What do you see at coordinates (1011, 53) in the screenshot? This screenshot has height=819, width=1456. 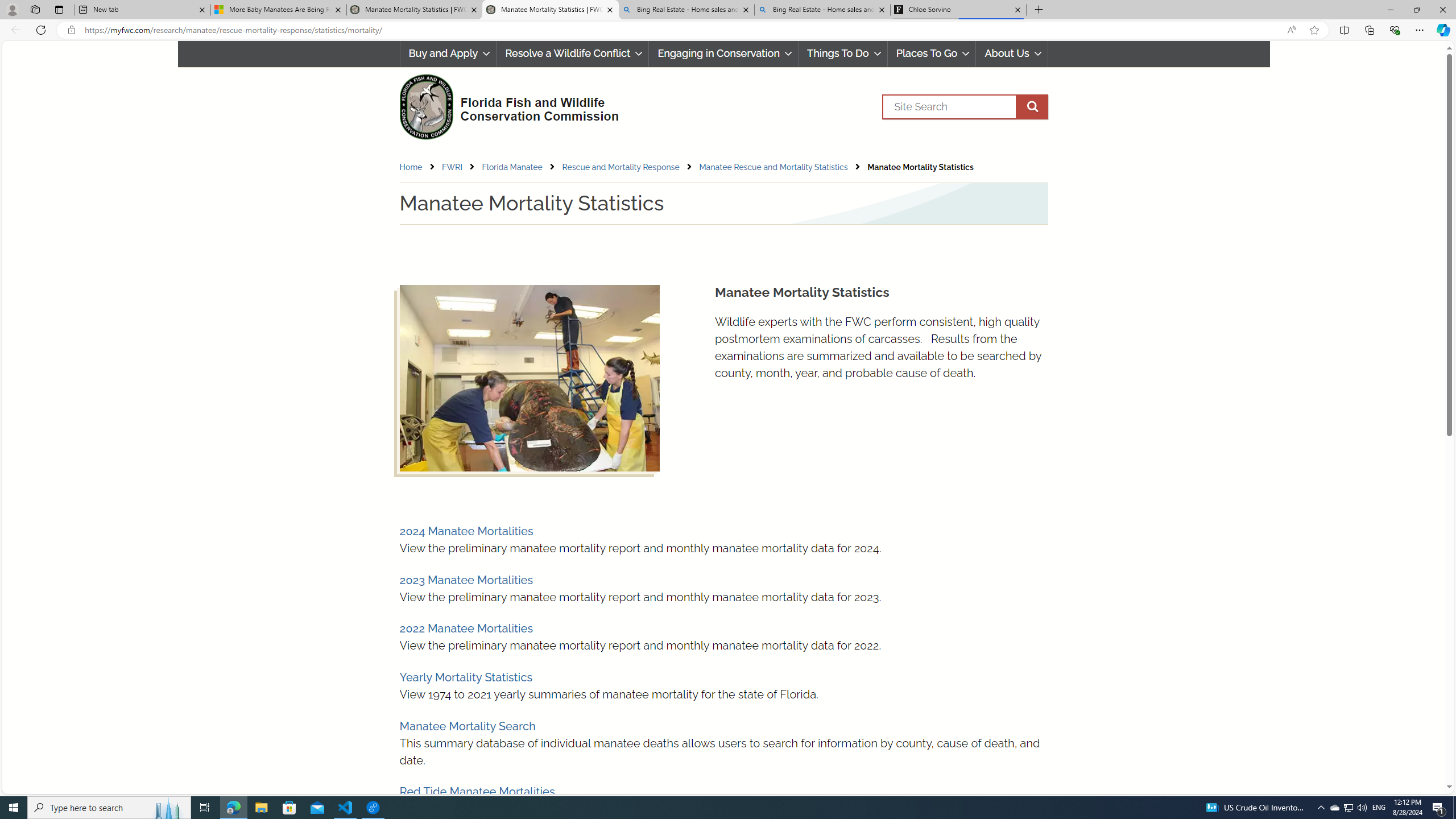 I see `'About Us'` at bounding box center [1011, 53].